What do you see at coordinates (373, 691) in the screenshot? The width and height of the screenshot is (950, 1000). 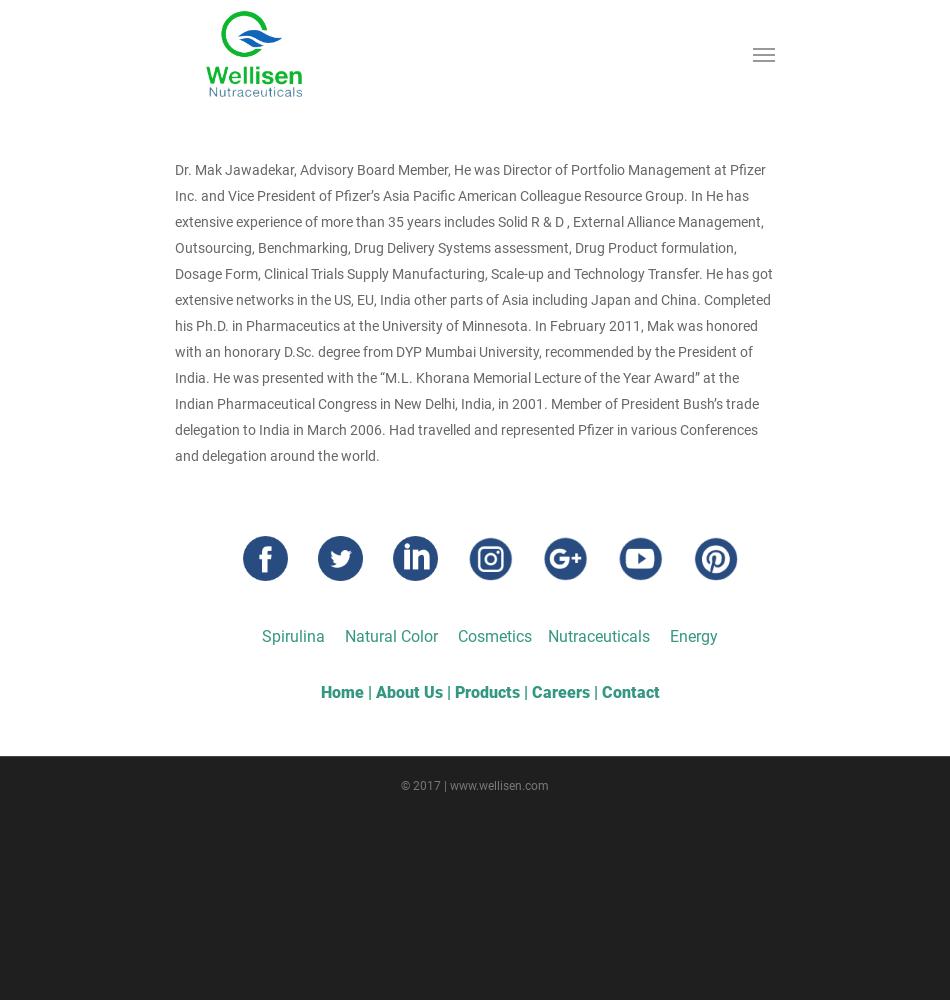 I see `'About Us'` at bounding box center [373, 691].